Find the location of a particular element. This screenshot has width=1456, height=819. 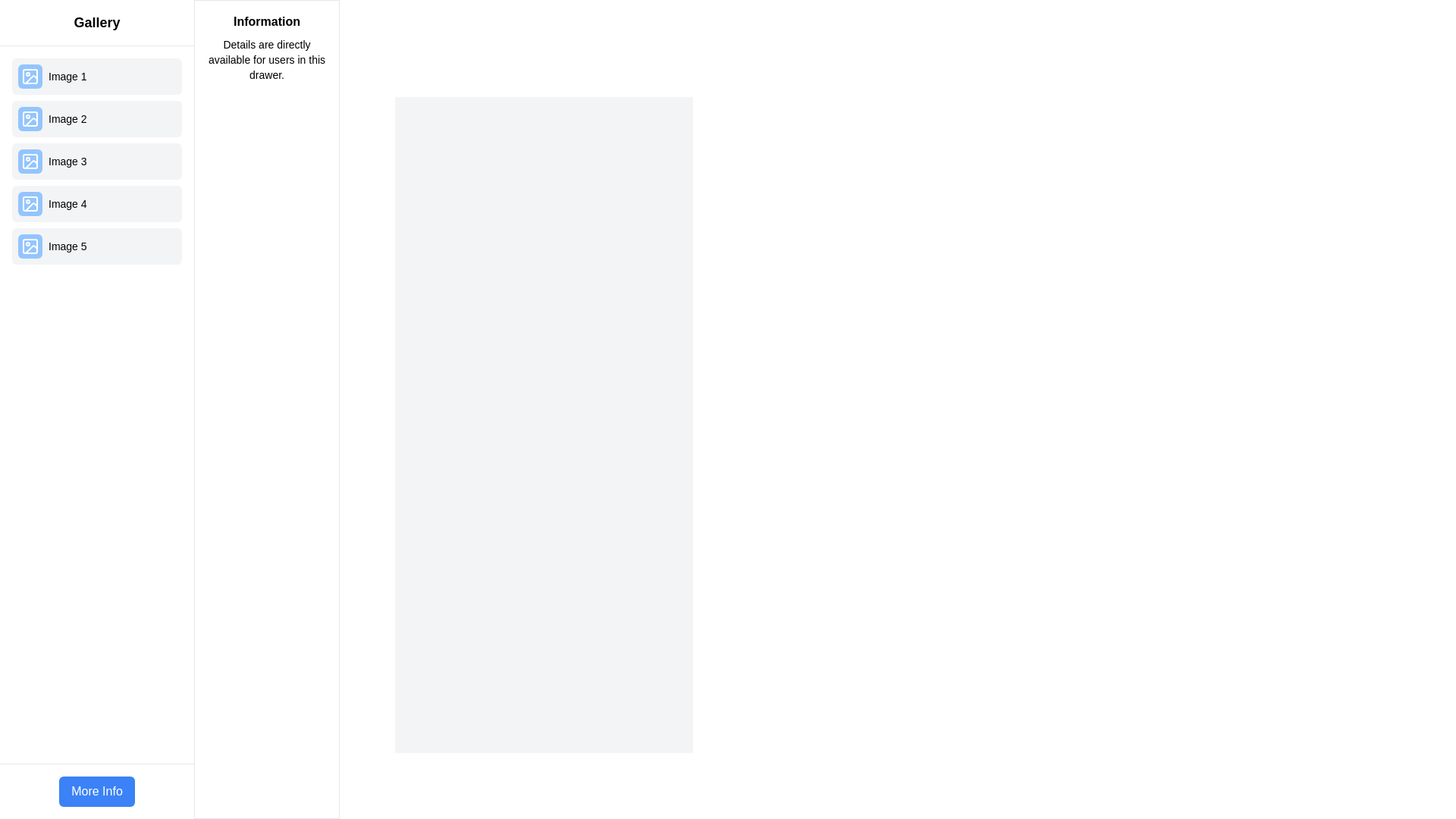

the small square icon with a light blue background and a white image symbol located in the 'Gallery' pane, next to 'Image 1' is located at coordinates (30, 76).